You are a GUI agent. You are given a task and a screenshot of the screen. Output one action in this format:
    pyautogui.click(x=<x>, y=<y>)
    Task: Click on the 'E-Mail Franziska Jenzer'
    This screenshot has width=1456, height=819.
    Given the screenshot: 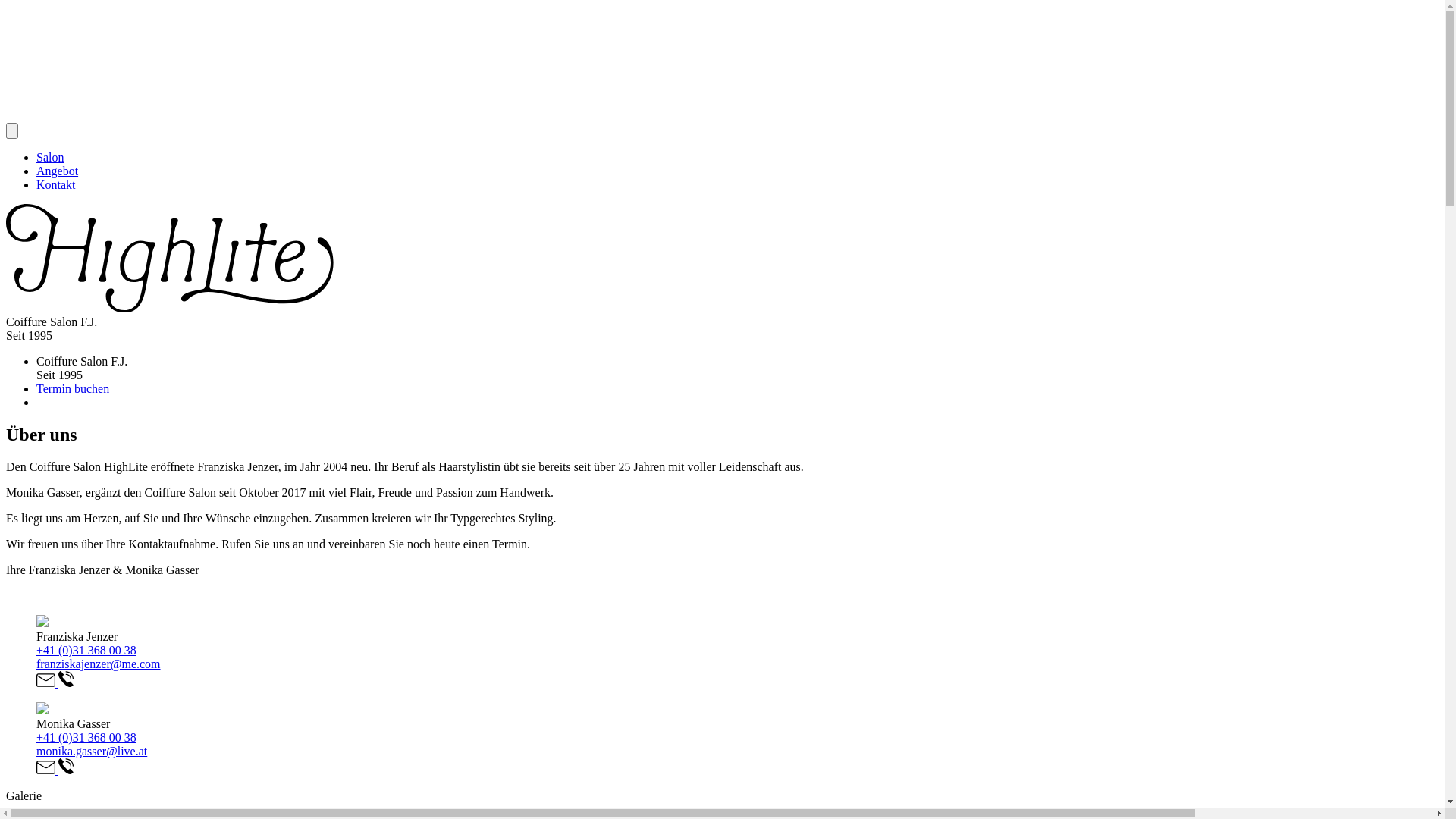 What is the action you would take?
    pyautogui.click(x=47, y=682)
    